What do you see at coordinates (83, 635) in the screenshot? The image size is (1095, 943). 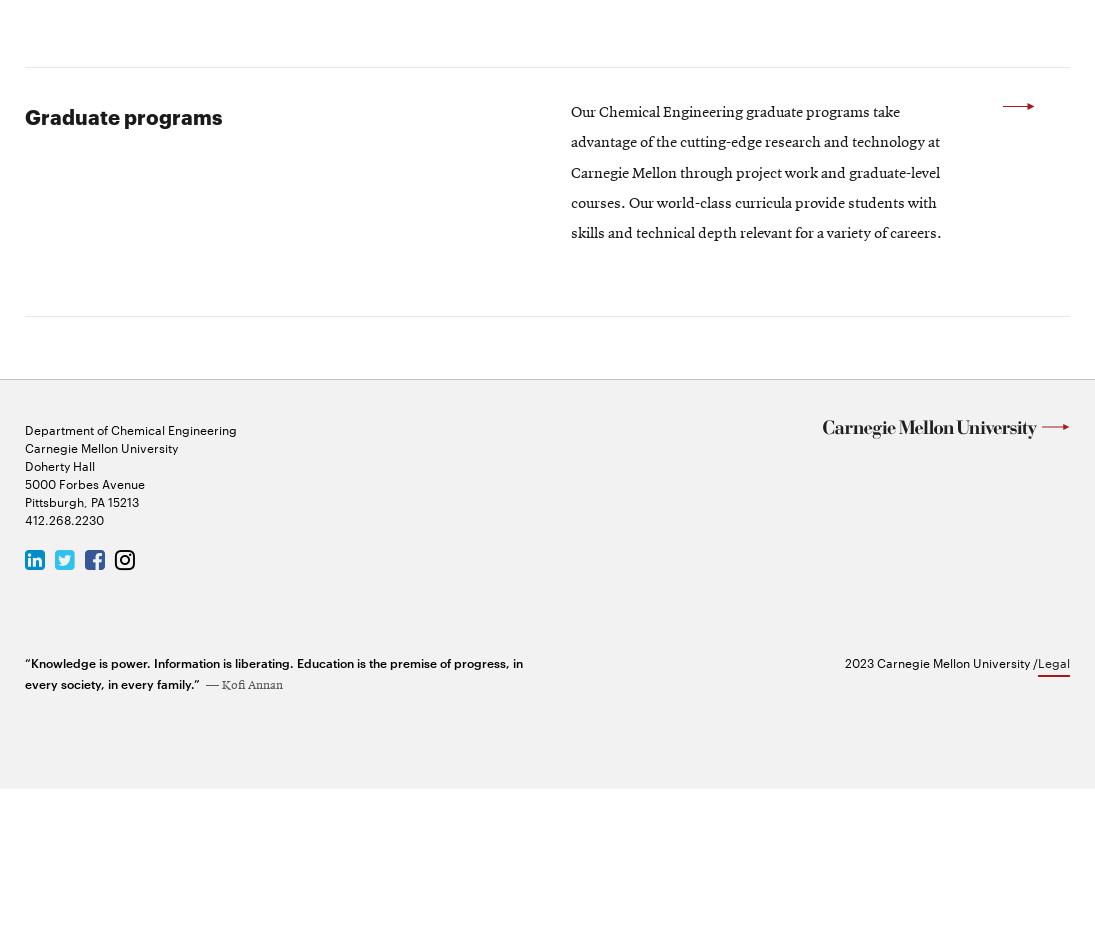 I see `'5000 Forbes Avenue'` at bounding box center [83, 635].